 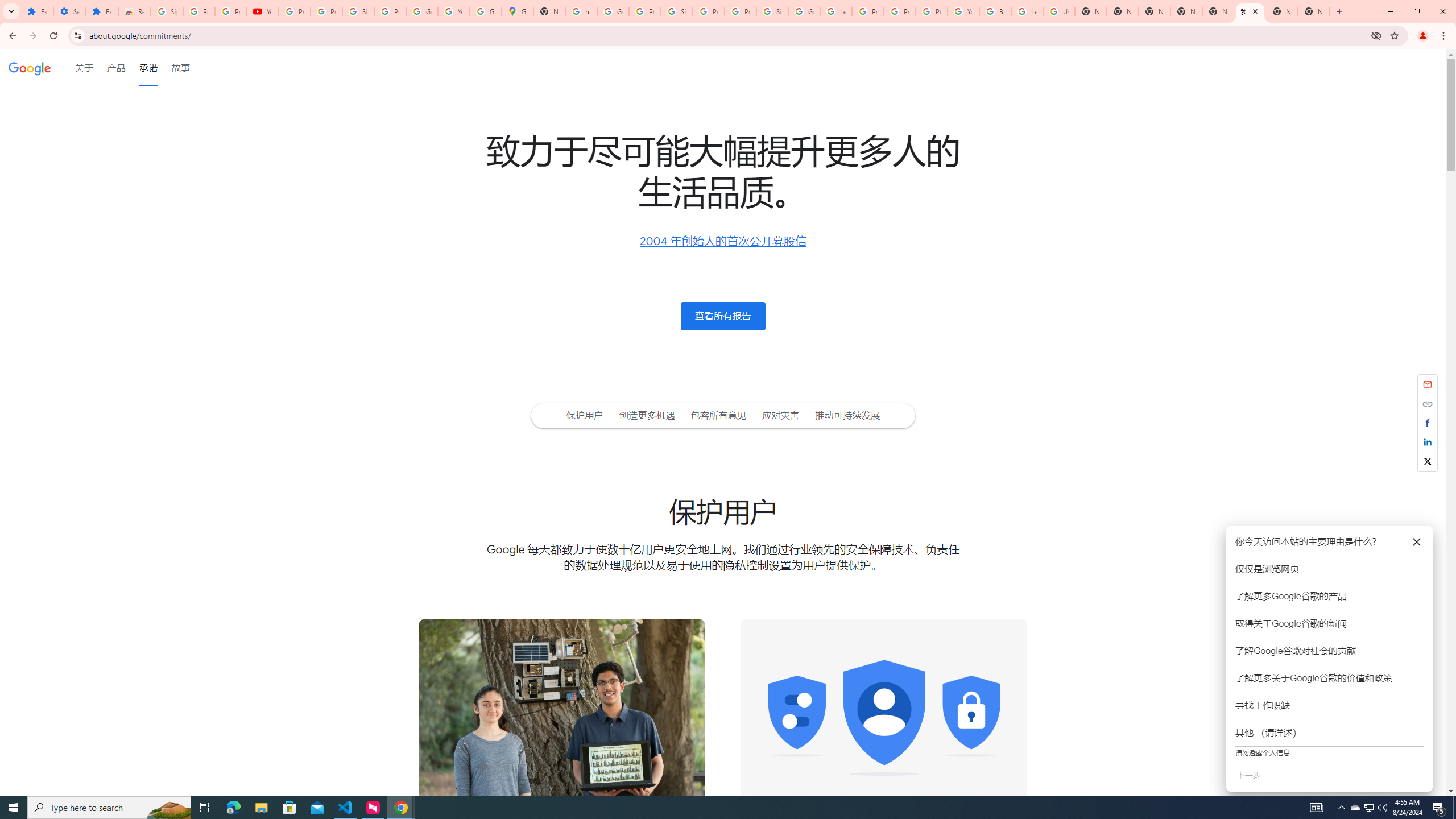 What do you see at coordinates (676, 11) in the screenshot?
I see `'Sign in - Google Accounts'` at bounding box center [676, 11].